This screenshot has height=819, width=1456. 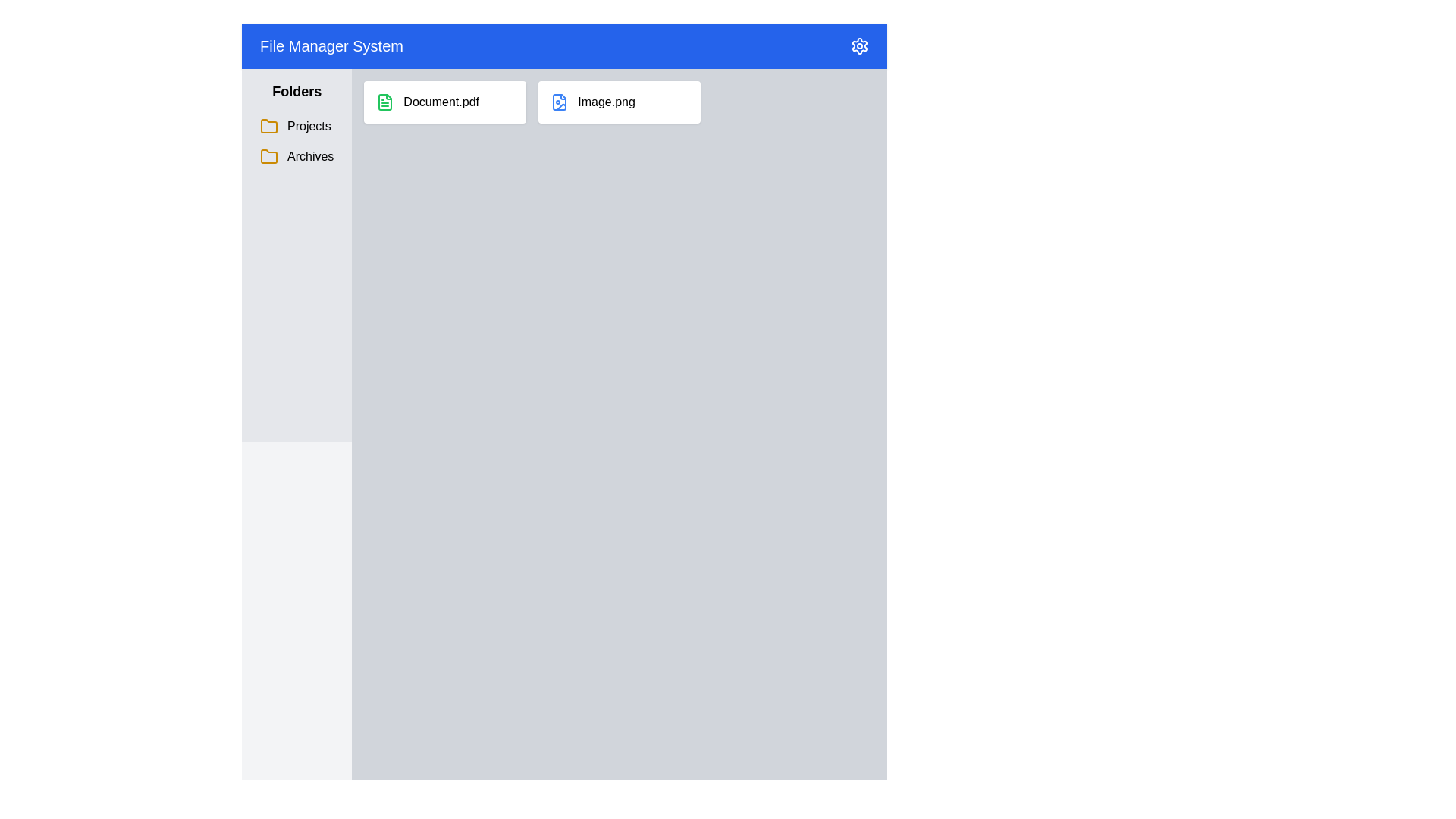 What do you see at coordinates (297, 125) in the screenshot?
I see `the 'Projects' navigation entry` at bounding box center [297, 125].